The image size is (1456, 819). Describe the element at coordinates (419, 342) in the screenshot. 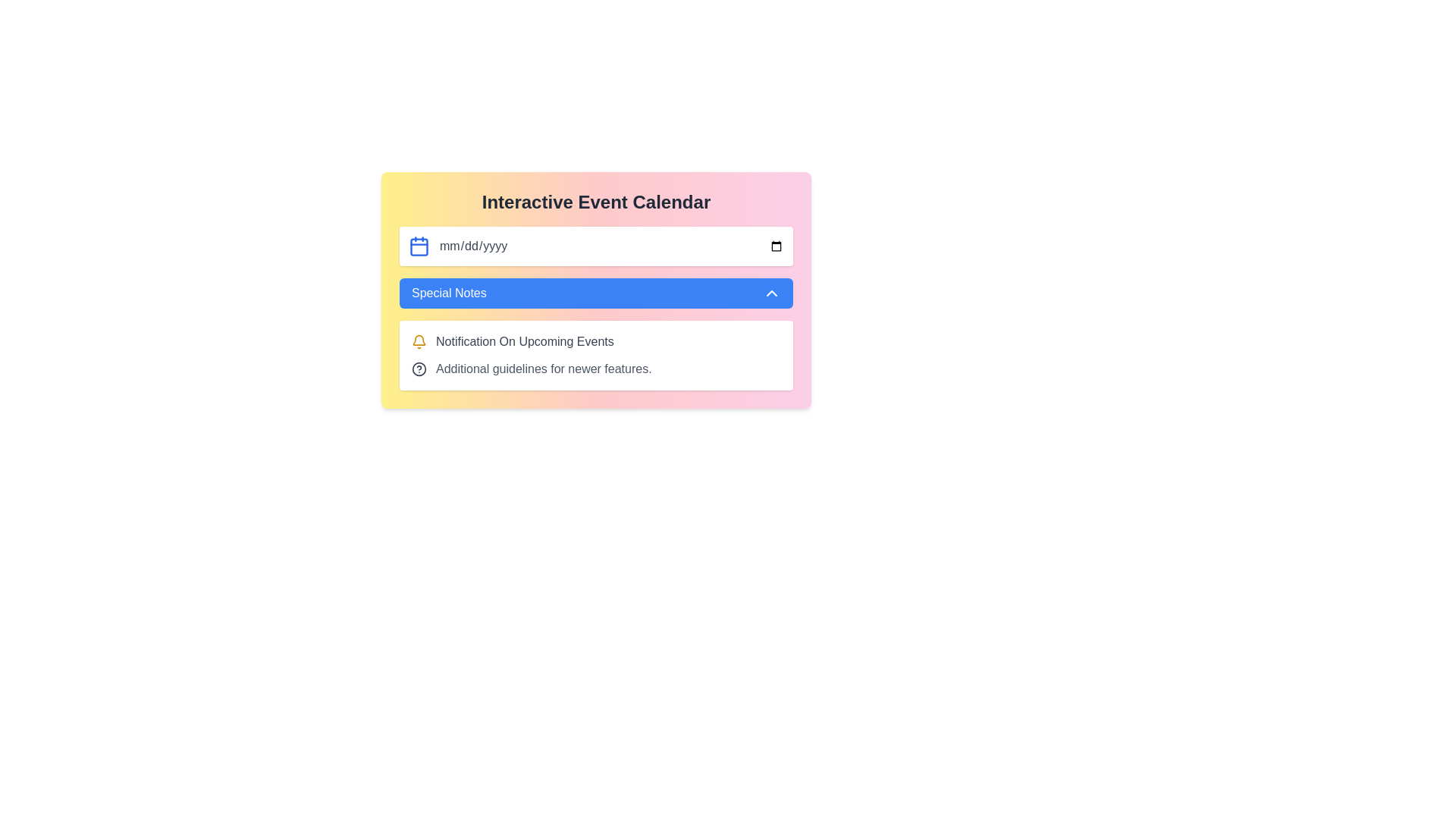

I see `the small yellow bell icon representing notification functionality, located to the left of the text 'Notification On Upcoming Events'` at that location.